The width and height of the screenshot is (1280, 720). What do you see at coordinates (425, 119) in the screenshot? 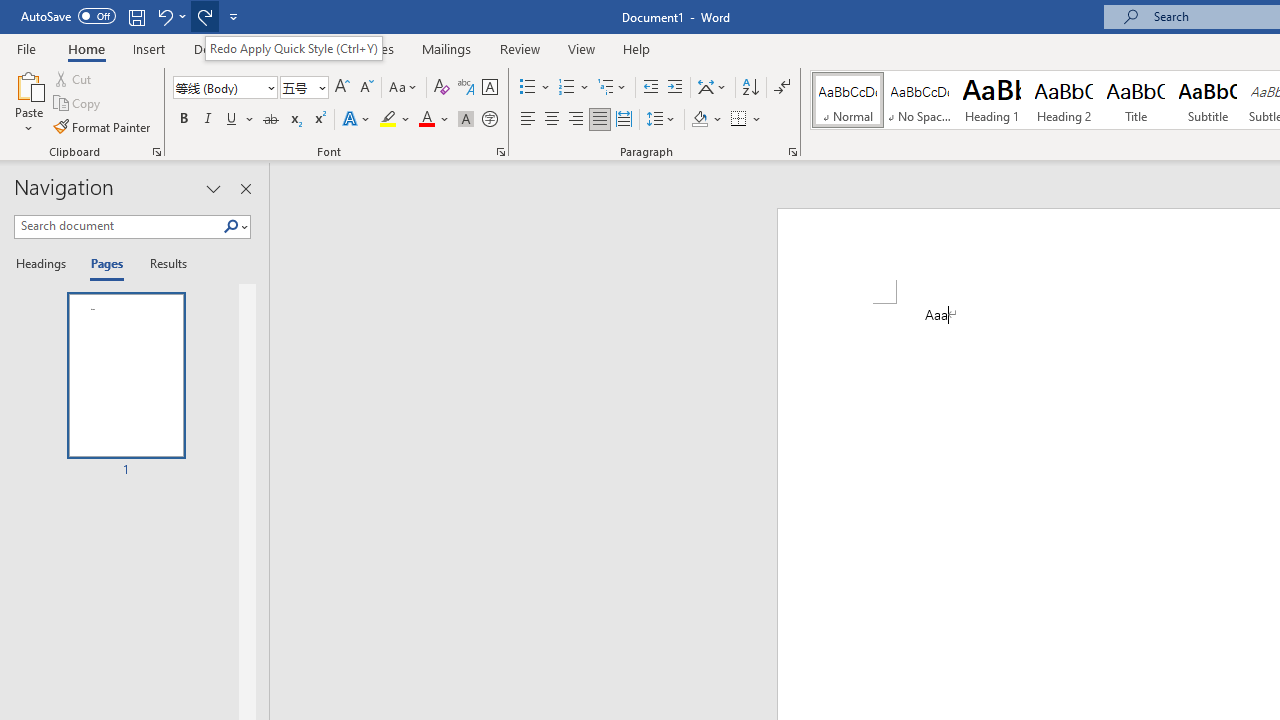
I see `'Font Color Red'` at bounding box center [425, 119].